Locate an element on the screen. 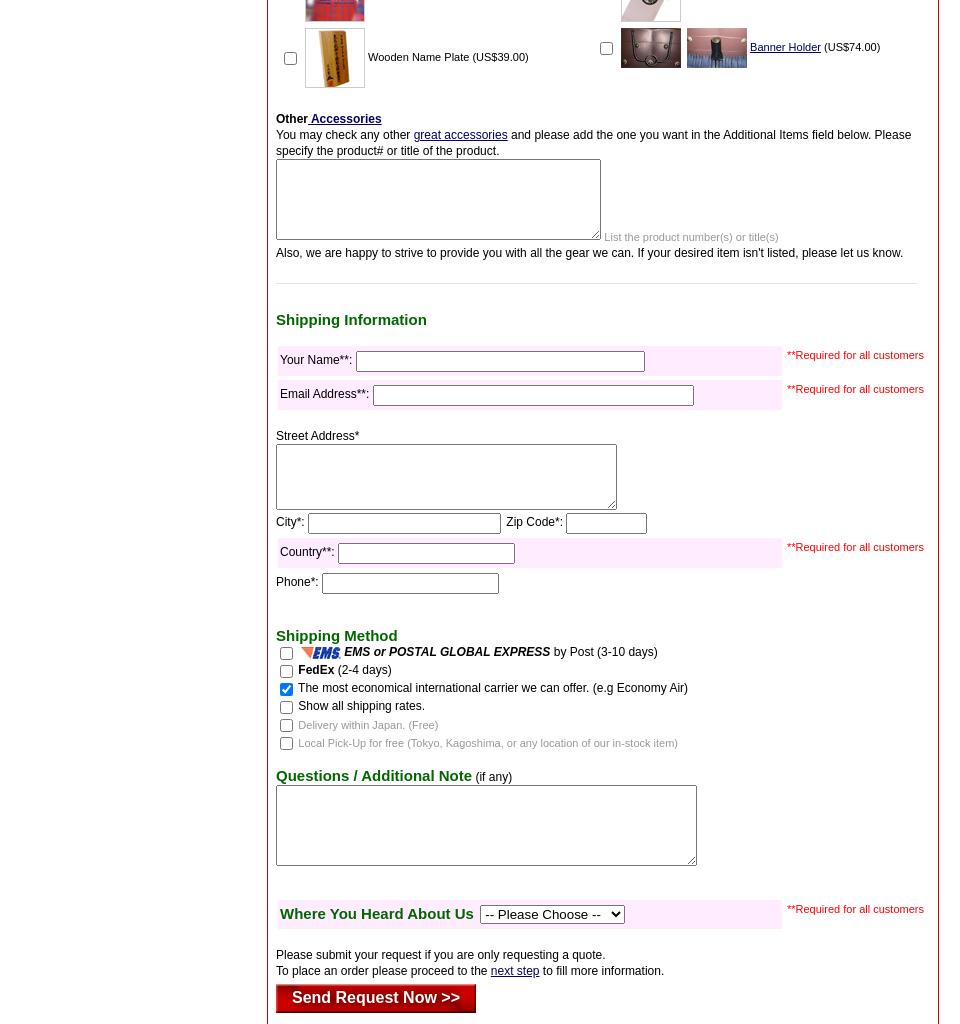 This screenshot has height=1024, width=960. 'Phone*:' is located at coordinates (298, 580).